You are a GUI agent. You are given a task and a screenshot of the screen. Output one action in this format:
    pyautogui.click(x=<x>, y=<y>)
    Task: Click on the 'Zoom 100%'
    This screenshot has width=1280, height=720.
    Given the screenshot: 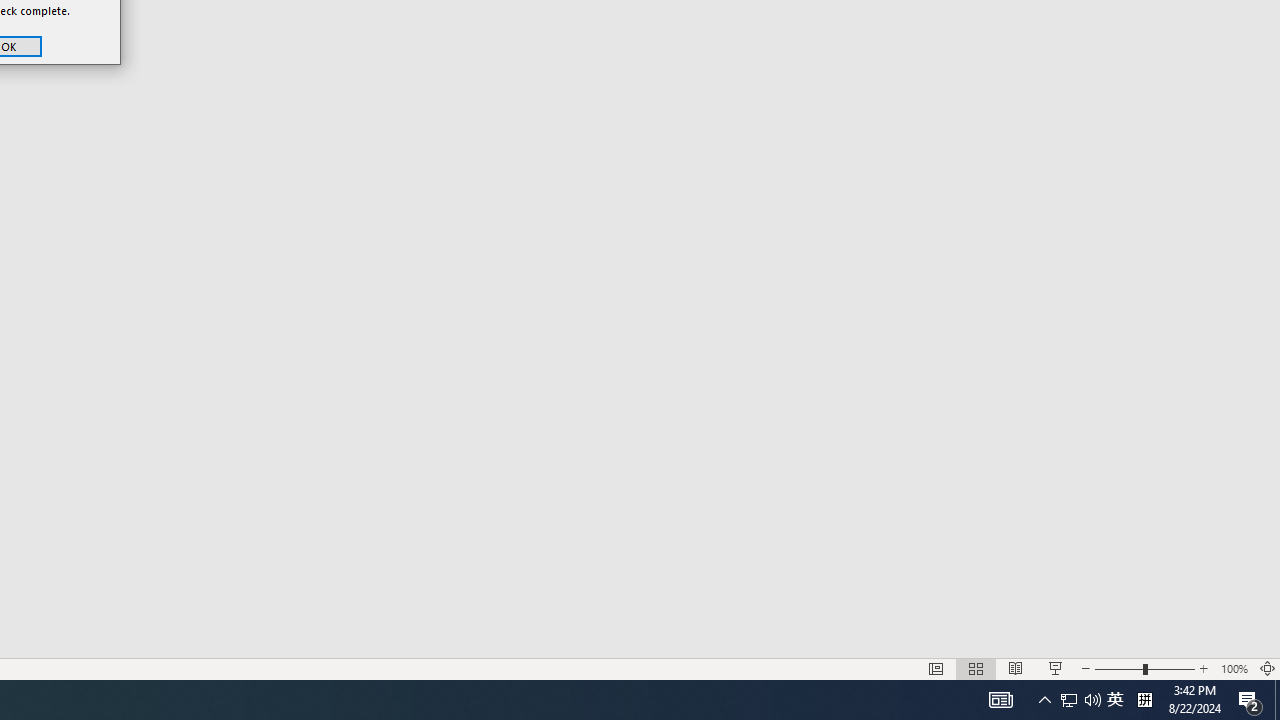 What is the action you would take?
    pyautogui.click(x=1233, y=669)
    